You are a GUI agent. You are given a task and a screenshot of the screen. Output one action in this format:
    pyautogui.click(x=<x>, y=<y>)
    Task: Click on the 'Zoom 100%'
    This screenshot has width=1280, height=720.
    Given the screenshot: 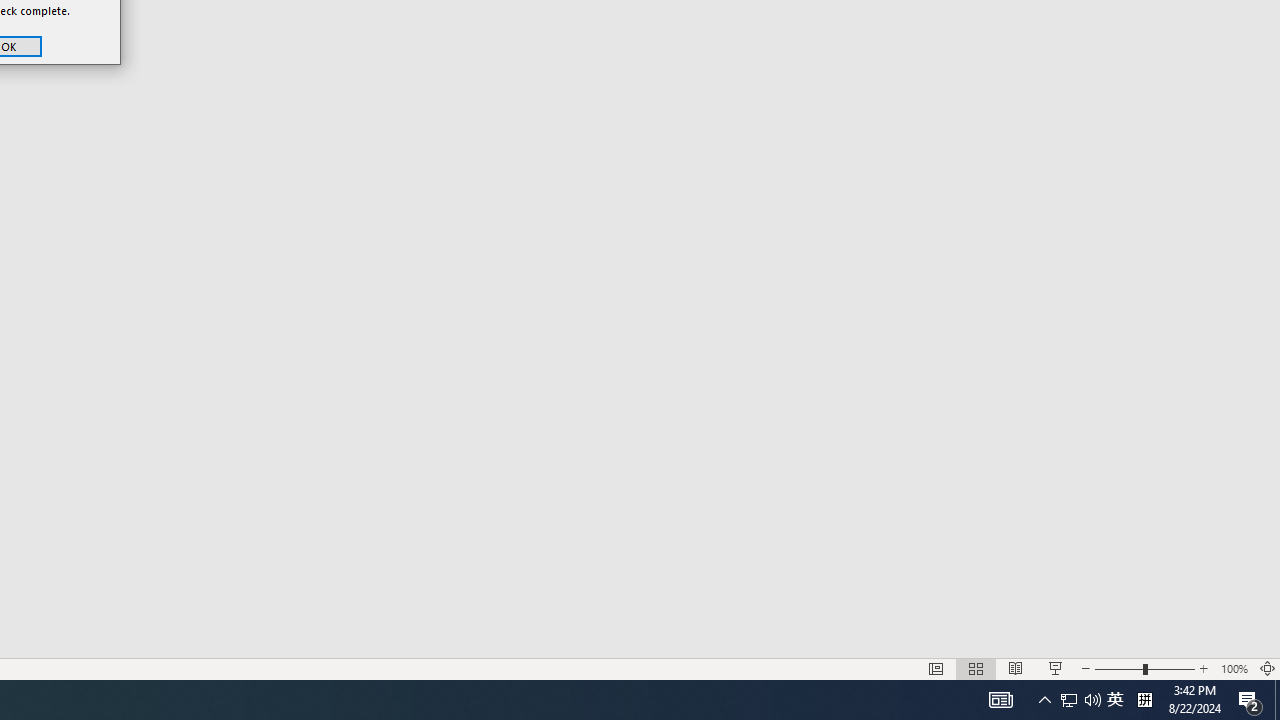 What is the action you would take?
    pyautogui.click(x=1233, y=669)
    